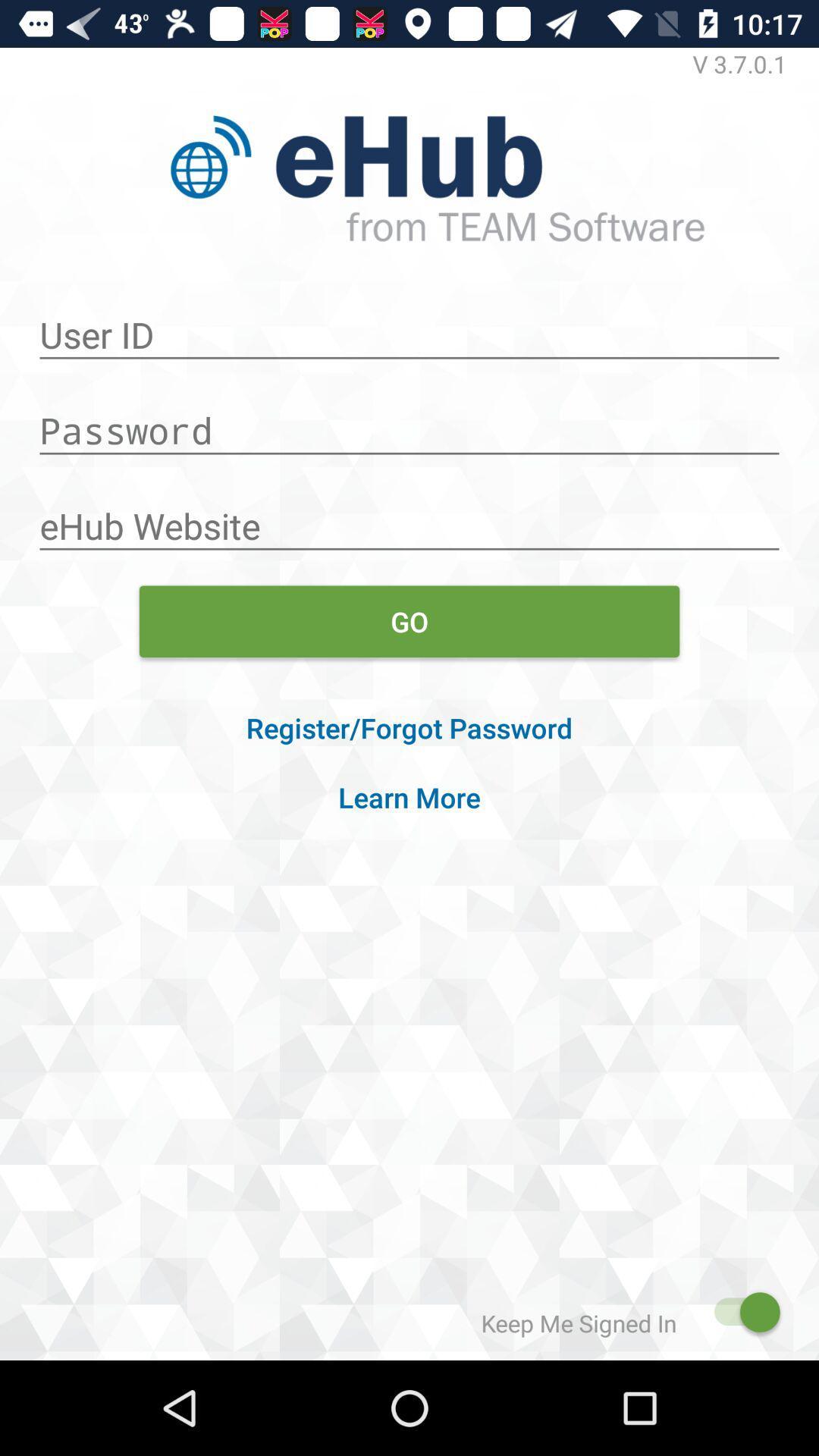  I want to click on user id, so click(409, 326).